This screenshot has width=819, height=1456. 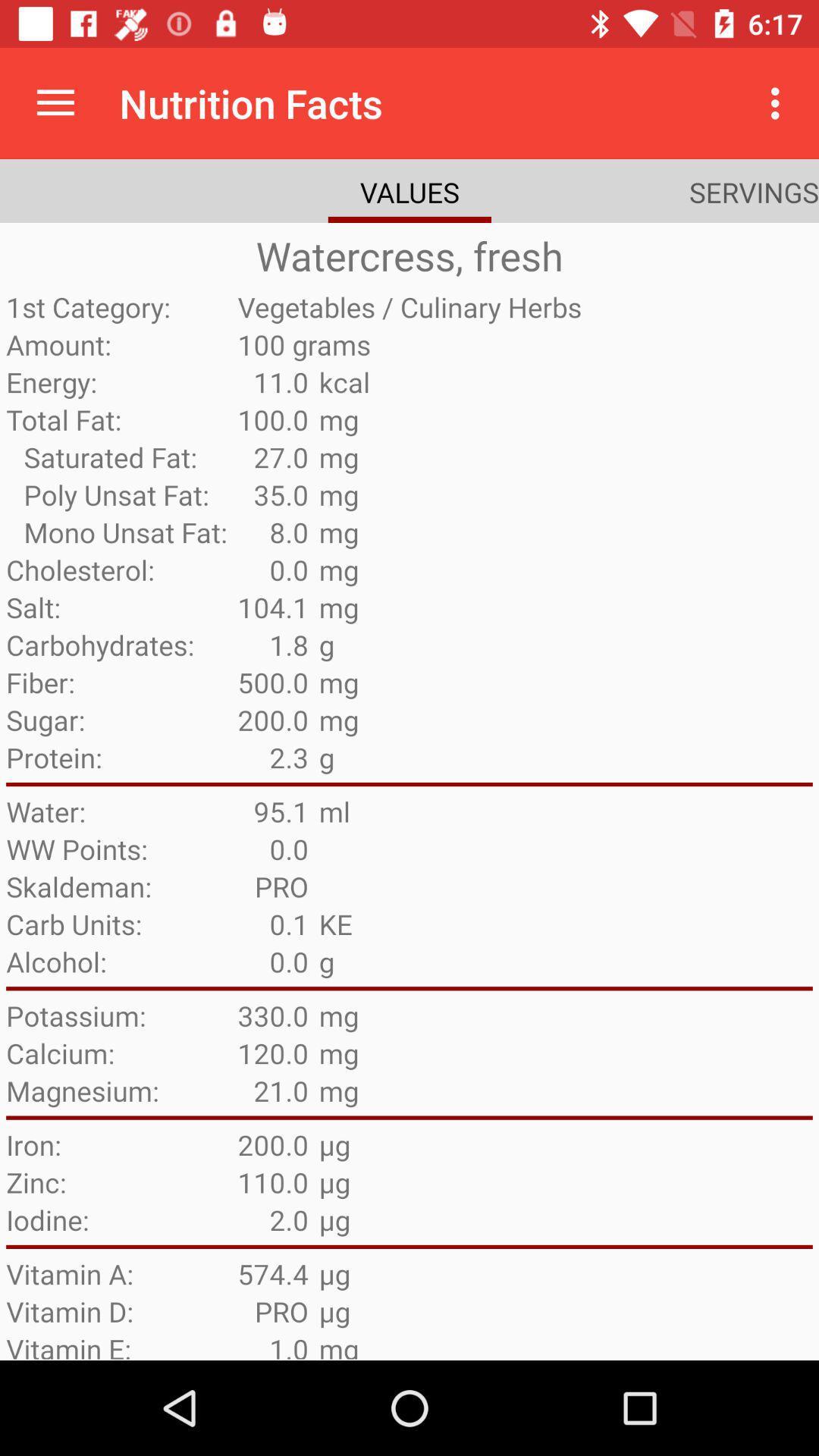 What do you see at coordinates (55, 102) in the screenshot?
I see `icon next to nutrition facts item` at bounding box center [55, 102].